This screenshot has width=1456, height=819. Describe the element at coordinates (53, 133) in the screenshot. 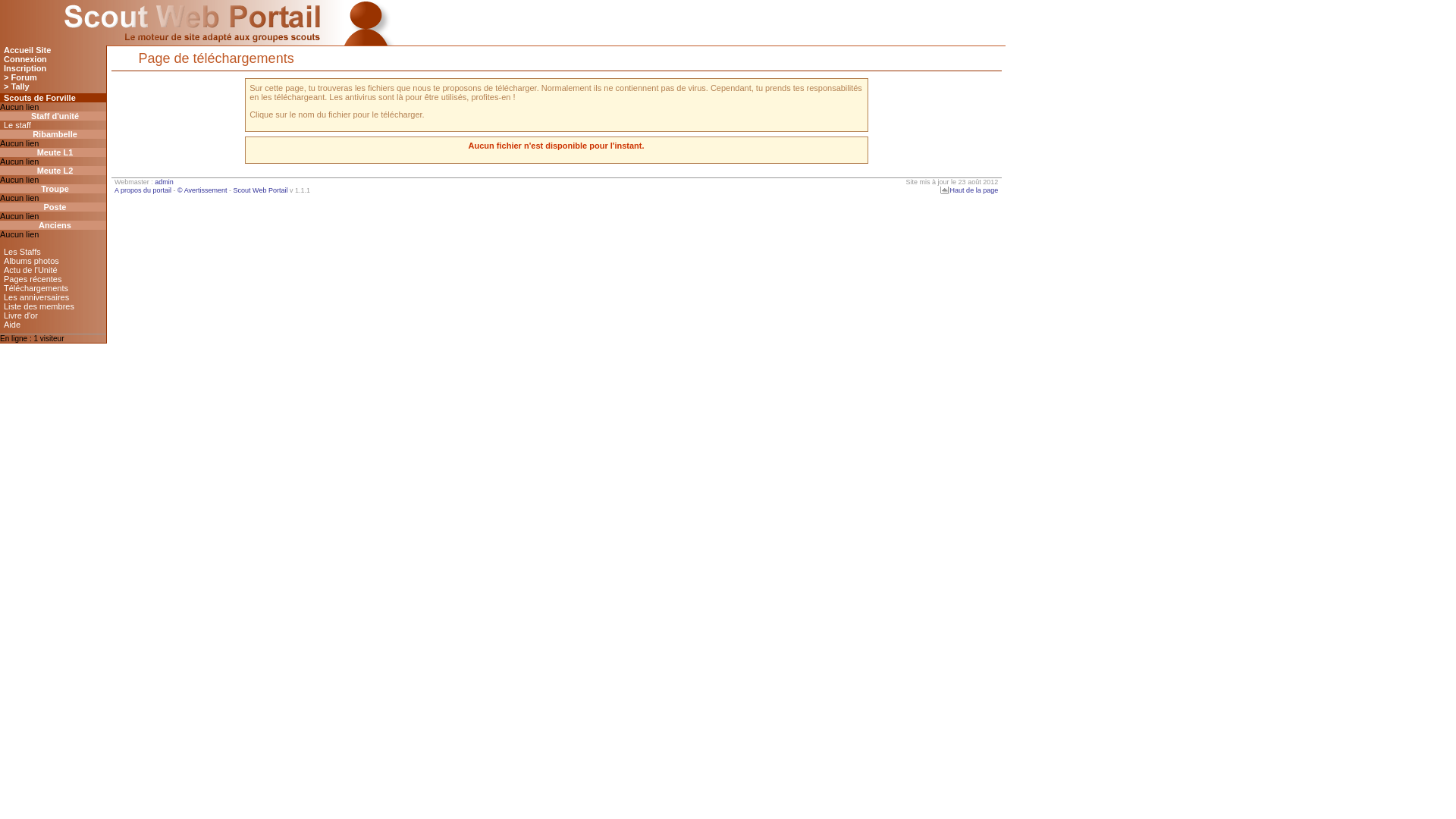

I see `'Ribambelle'` at that location.